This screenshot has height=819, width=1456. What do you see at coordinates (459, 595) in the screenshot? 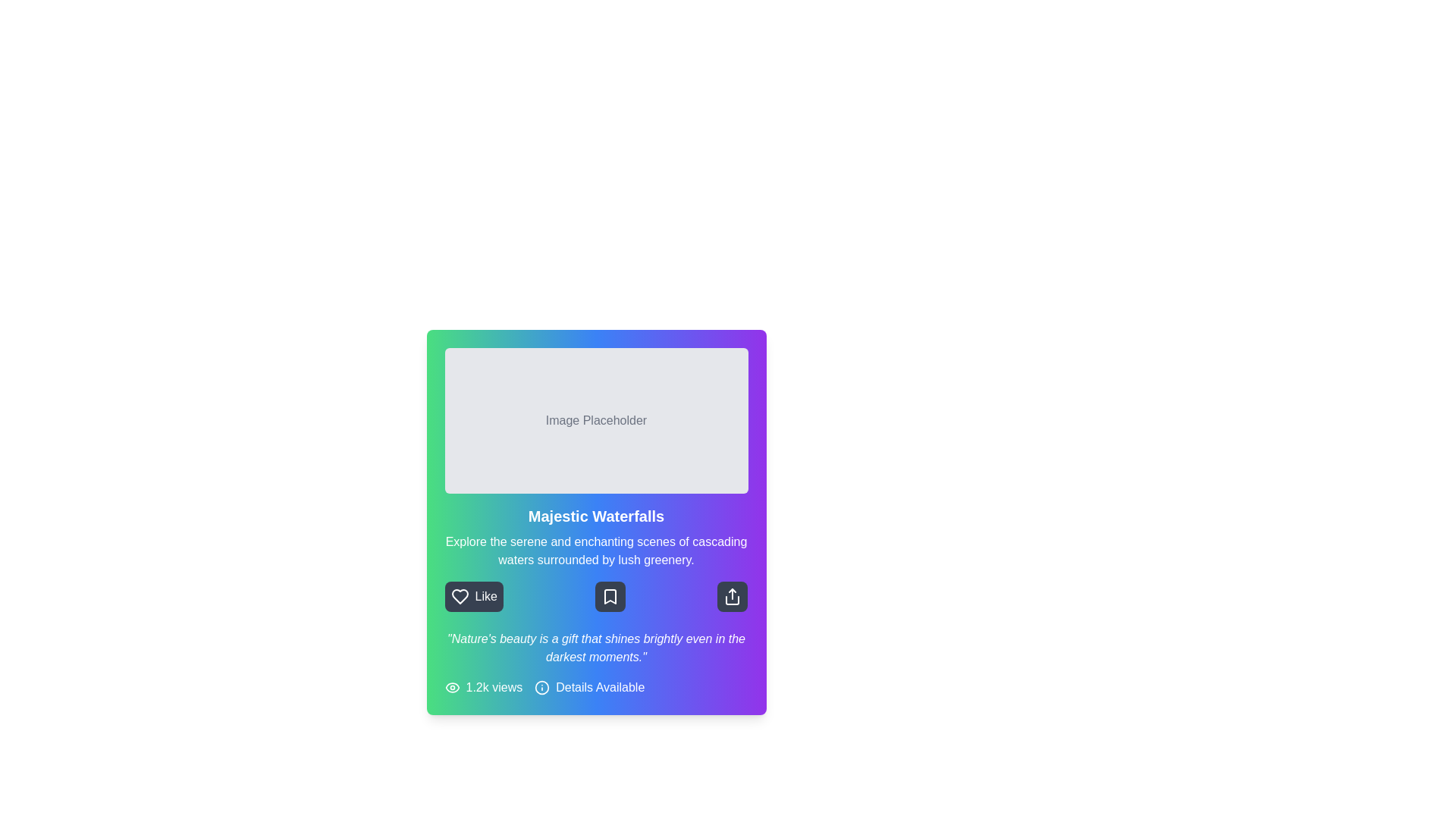
I see `the heart icon located inside the 'Like' button` at bounding box center [459, 595].